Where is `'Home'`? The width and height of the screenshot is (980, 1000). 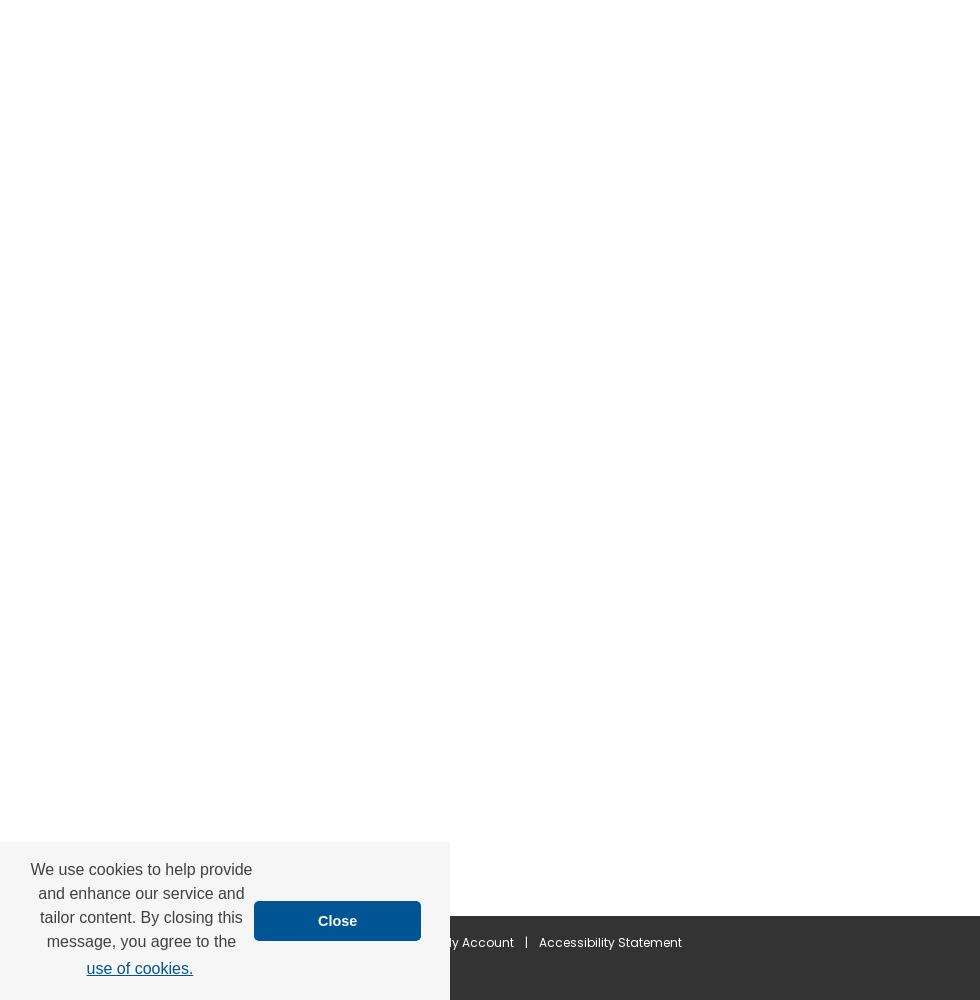 'Home' is located at coordinates (289, 941).